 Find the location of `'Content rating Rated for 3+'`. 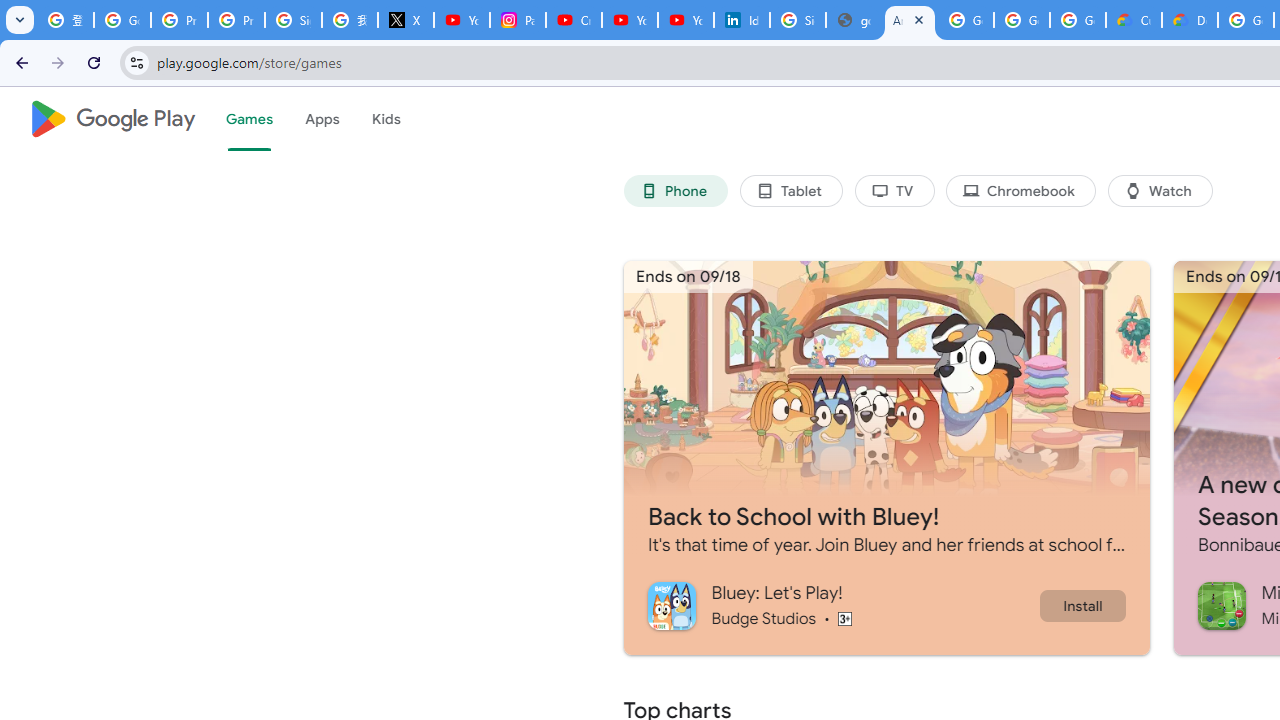

'Content rating Rated for 3+' is located at coordinates (844, 617).